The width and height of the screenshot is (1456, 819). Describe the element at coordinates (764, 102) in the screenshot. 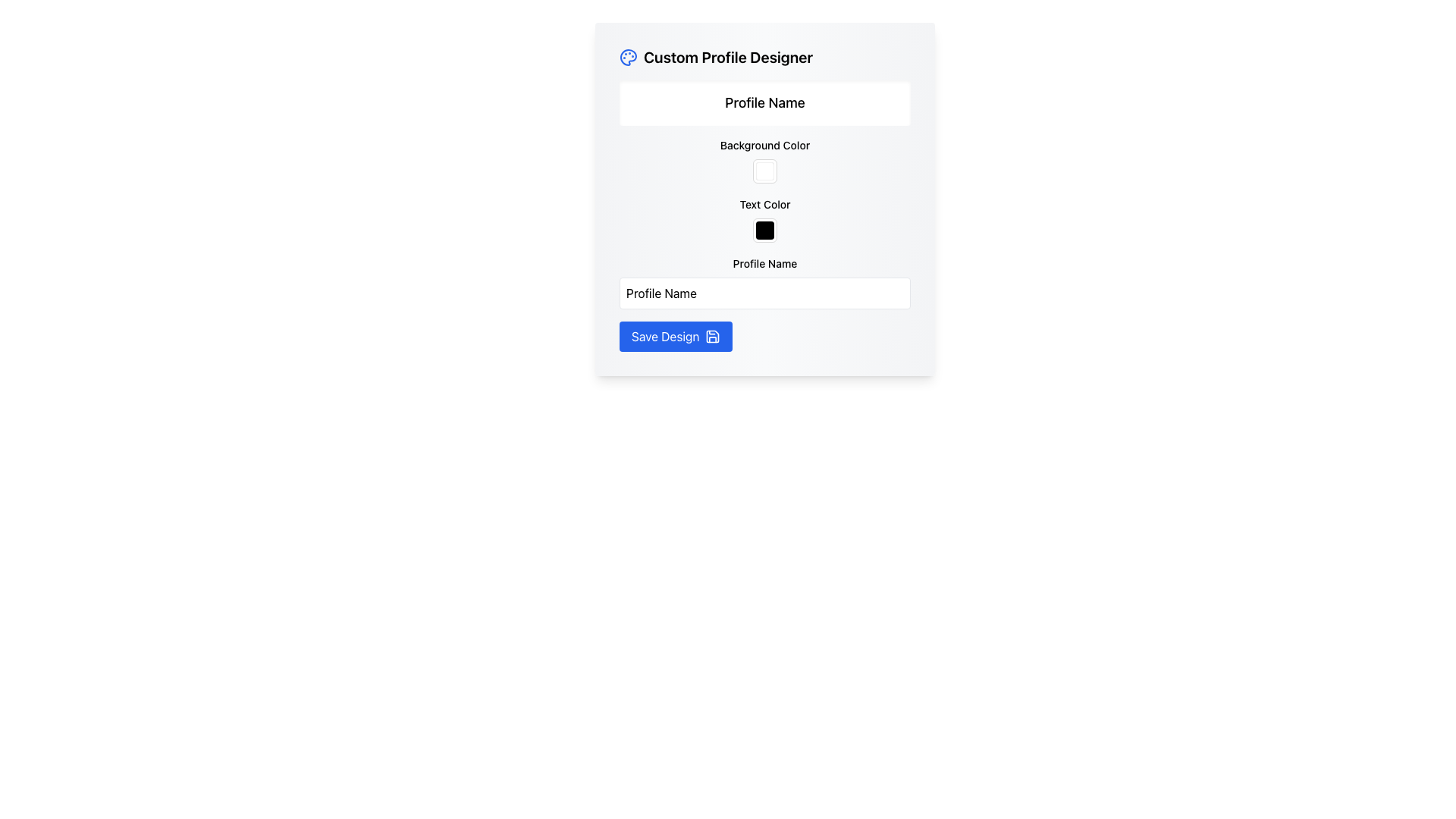

I see `the Static Label displaying the default profile name in the Custom Profile Designer section, located directly below the title and above the Background Color and Text Color settings` at that location.